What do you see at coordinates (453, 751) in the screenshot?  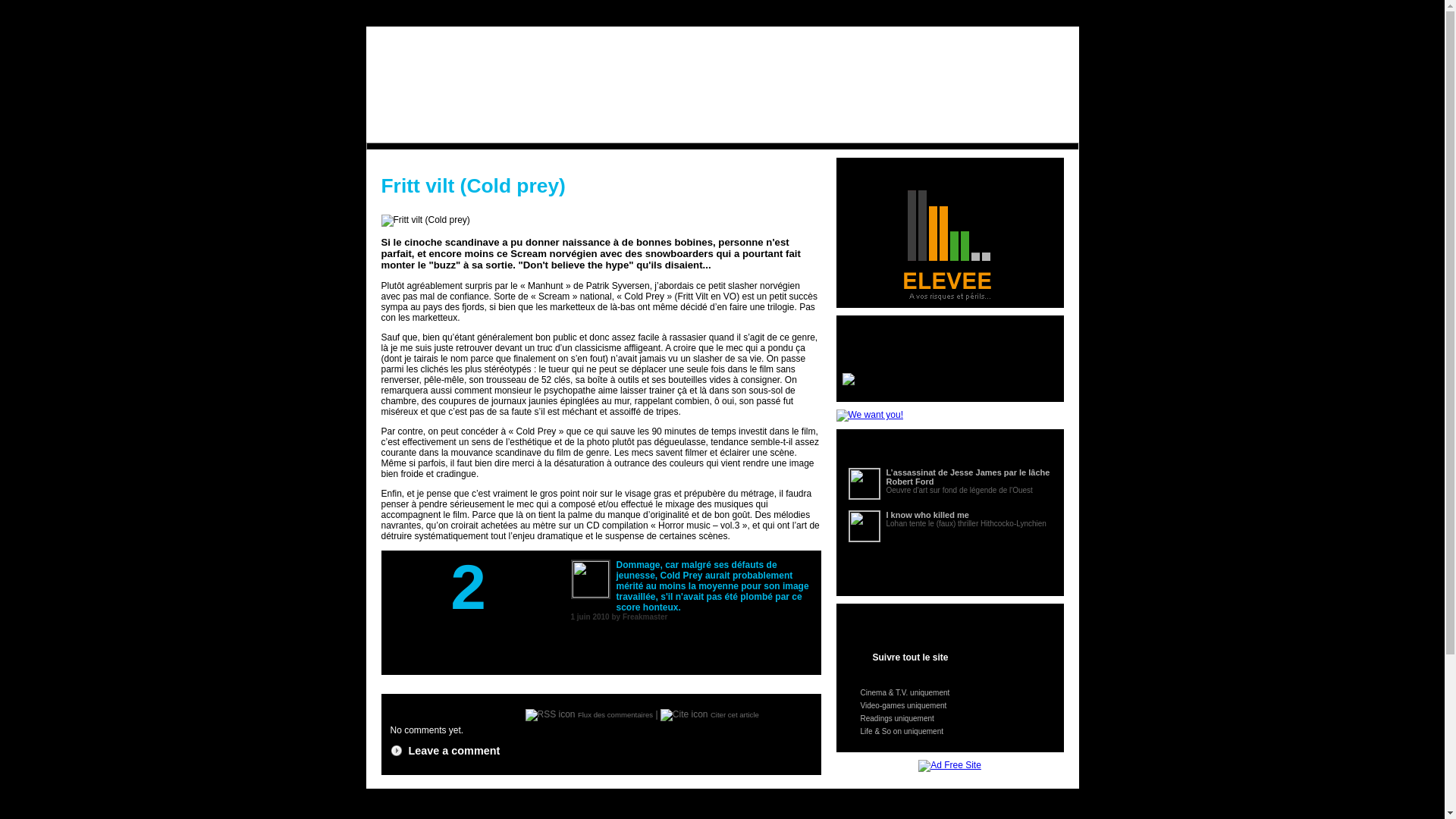 I see `'Leave a comment'` at bounding box center [453, 751].